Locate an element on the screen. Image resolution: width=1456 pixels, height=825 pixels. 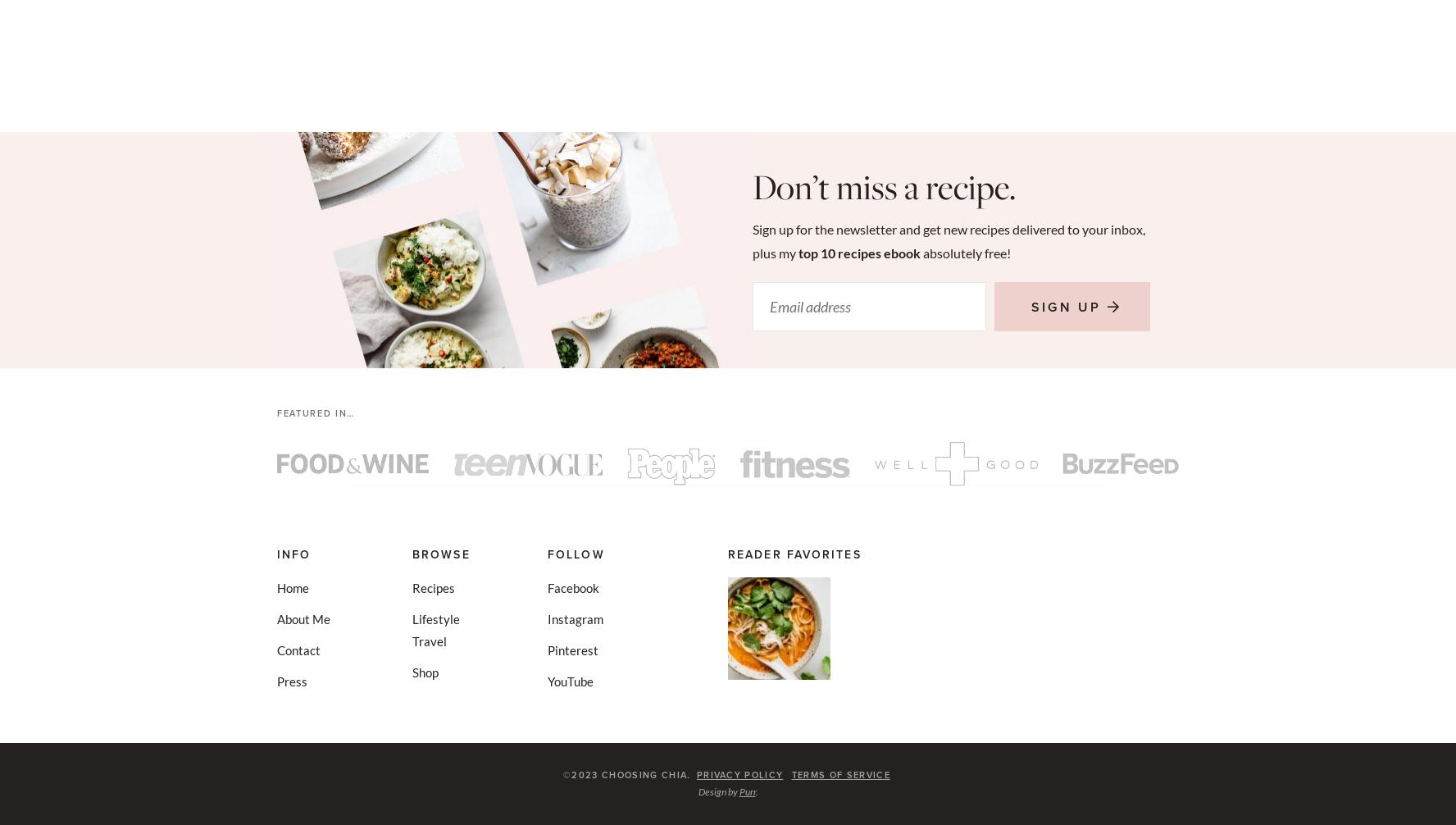
'Privacy Policy' is located at coordinates (739, 773).